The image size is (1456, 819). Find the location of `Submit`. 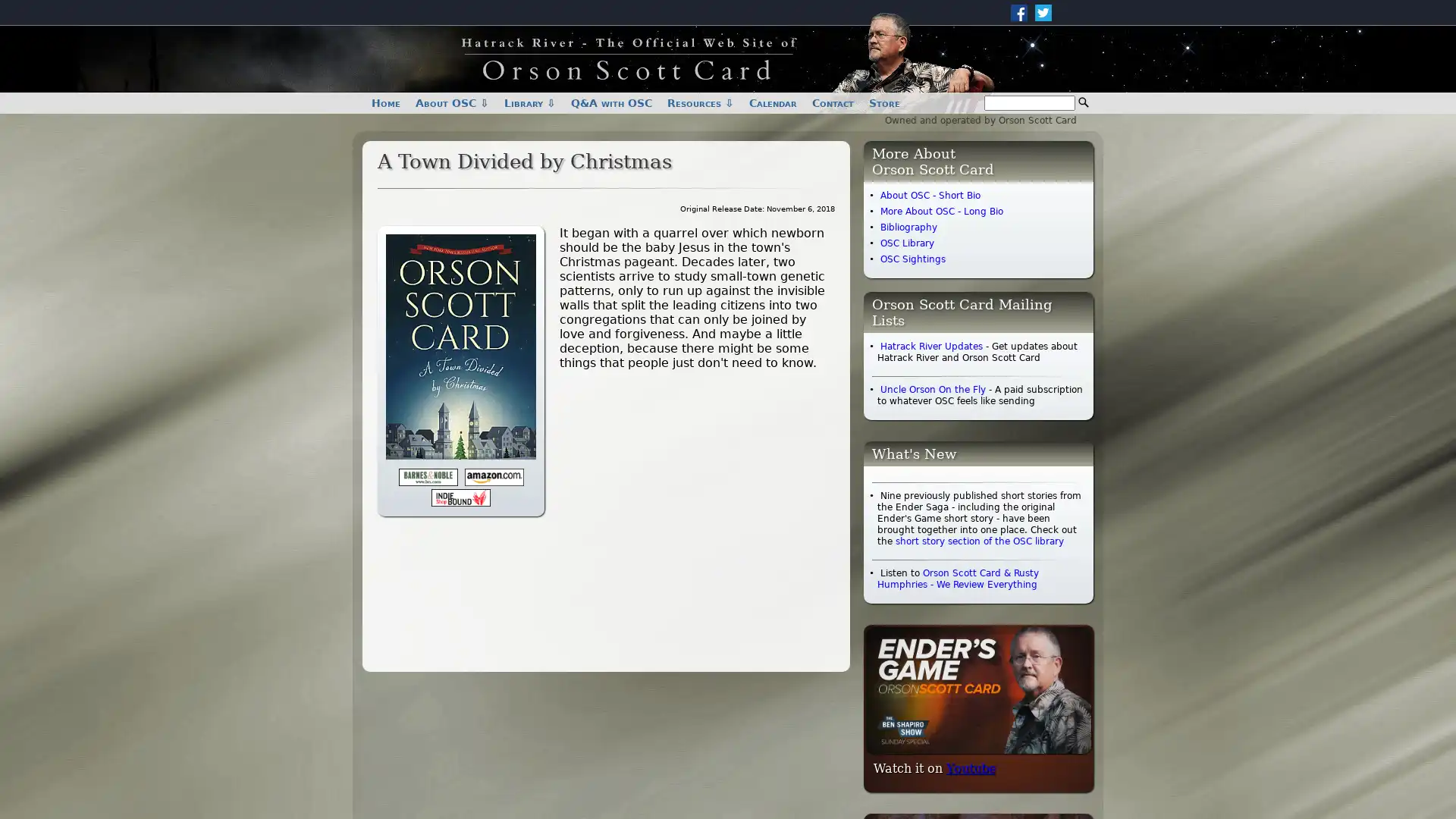

Submit is located at coordinates (1083, 102).